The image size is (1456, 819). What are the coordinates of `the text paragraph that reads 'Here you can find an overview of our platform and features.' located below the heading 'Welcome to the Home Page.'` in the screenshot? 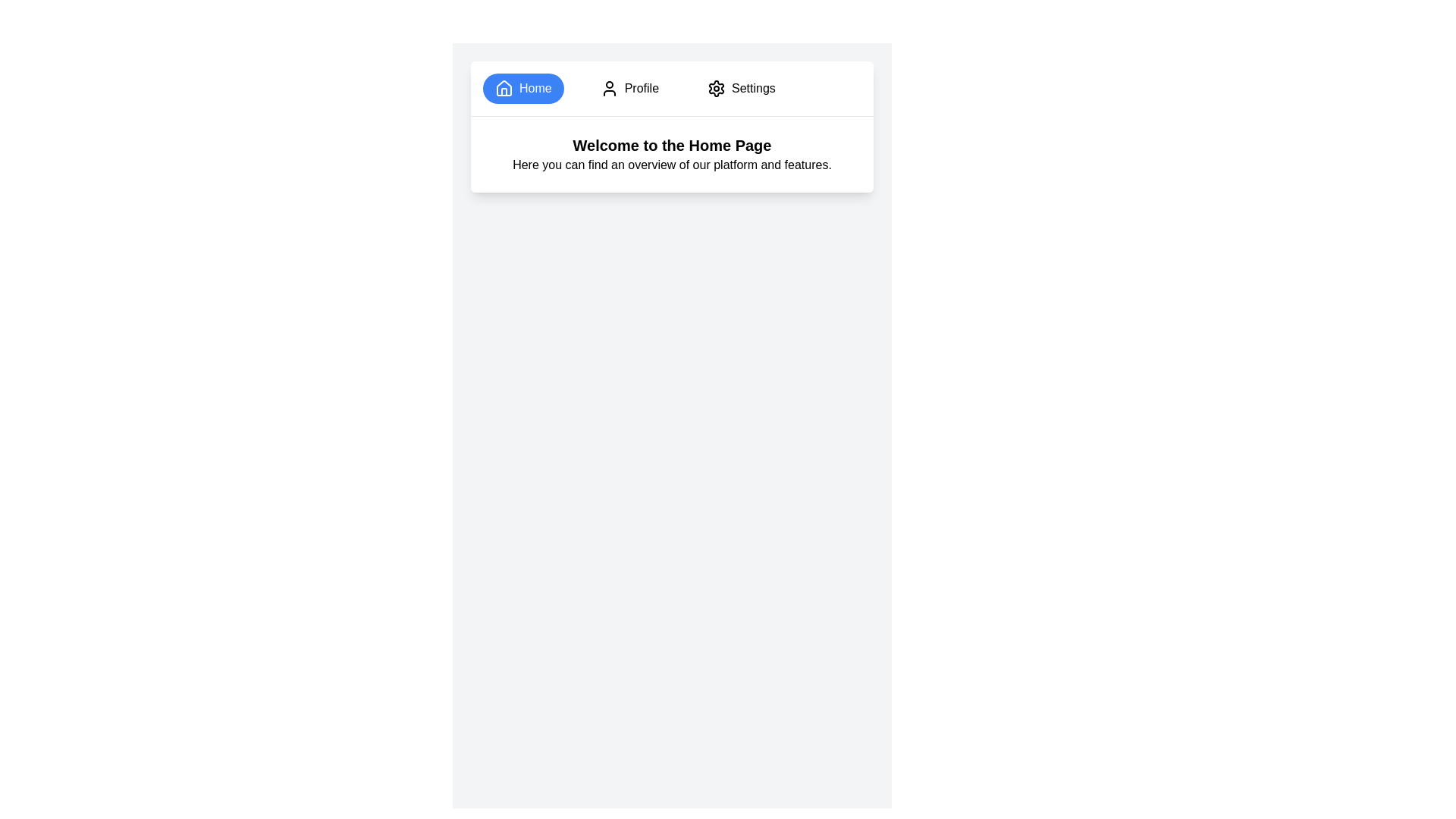 It's located at (671, 165).